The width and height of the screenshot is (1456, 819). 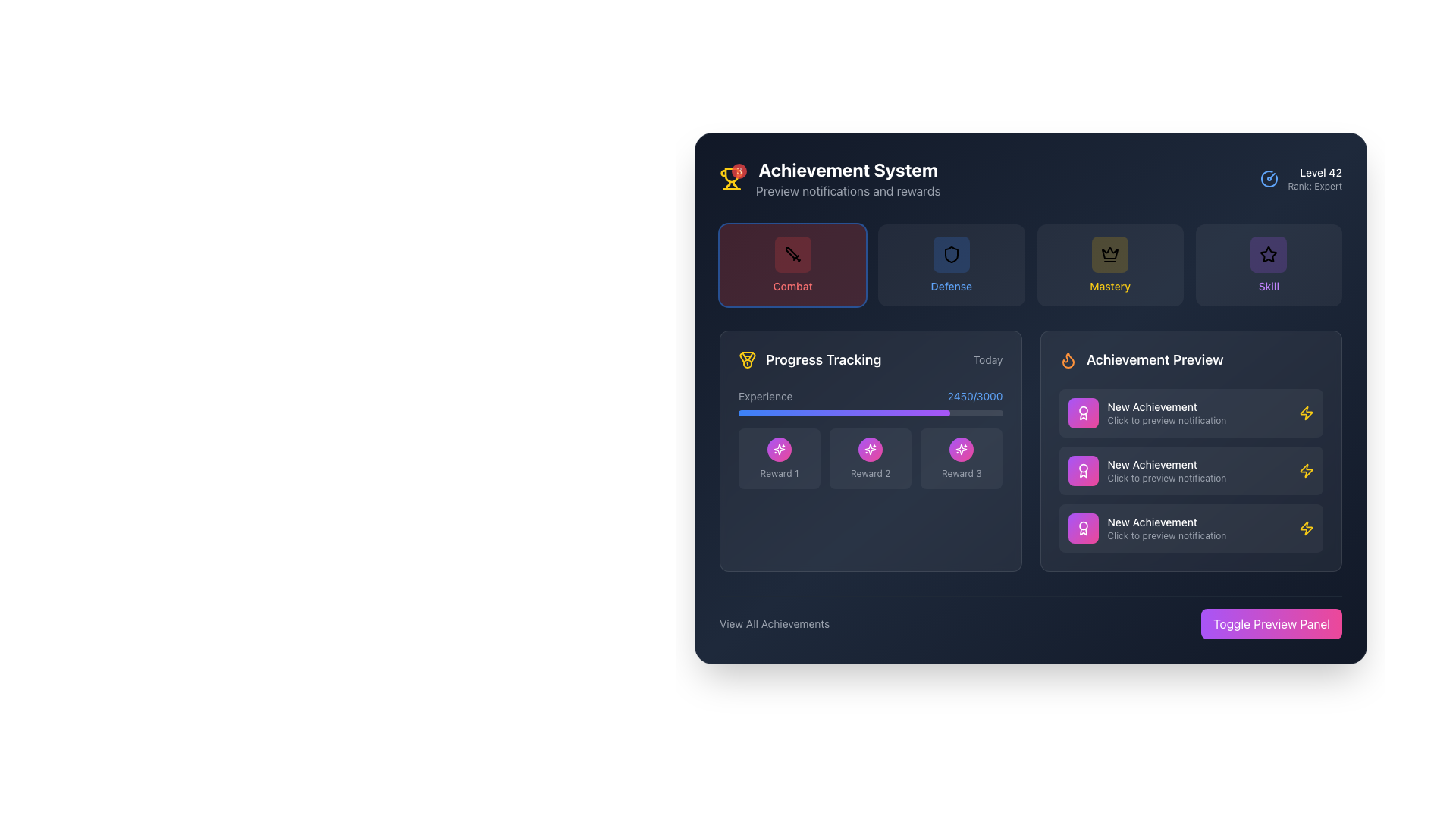 What do you see at coordinates (1067, 360) in the screenshot?
I see `the flame icon located in the 'Achievement Preview' section, which is the only flame icon to the left of the section title` at bounding box center [1067, 360].